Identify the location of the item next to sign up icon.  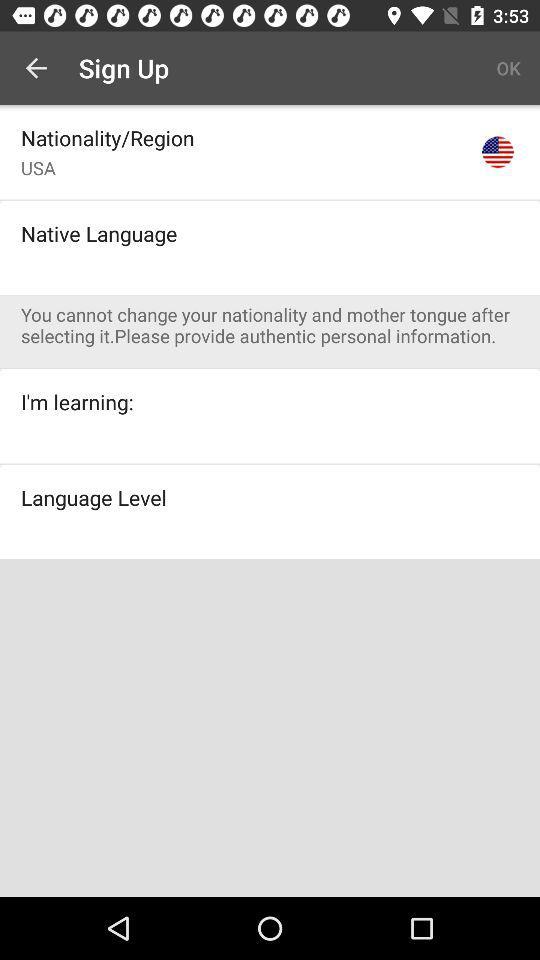
(508, 68).